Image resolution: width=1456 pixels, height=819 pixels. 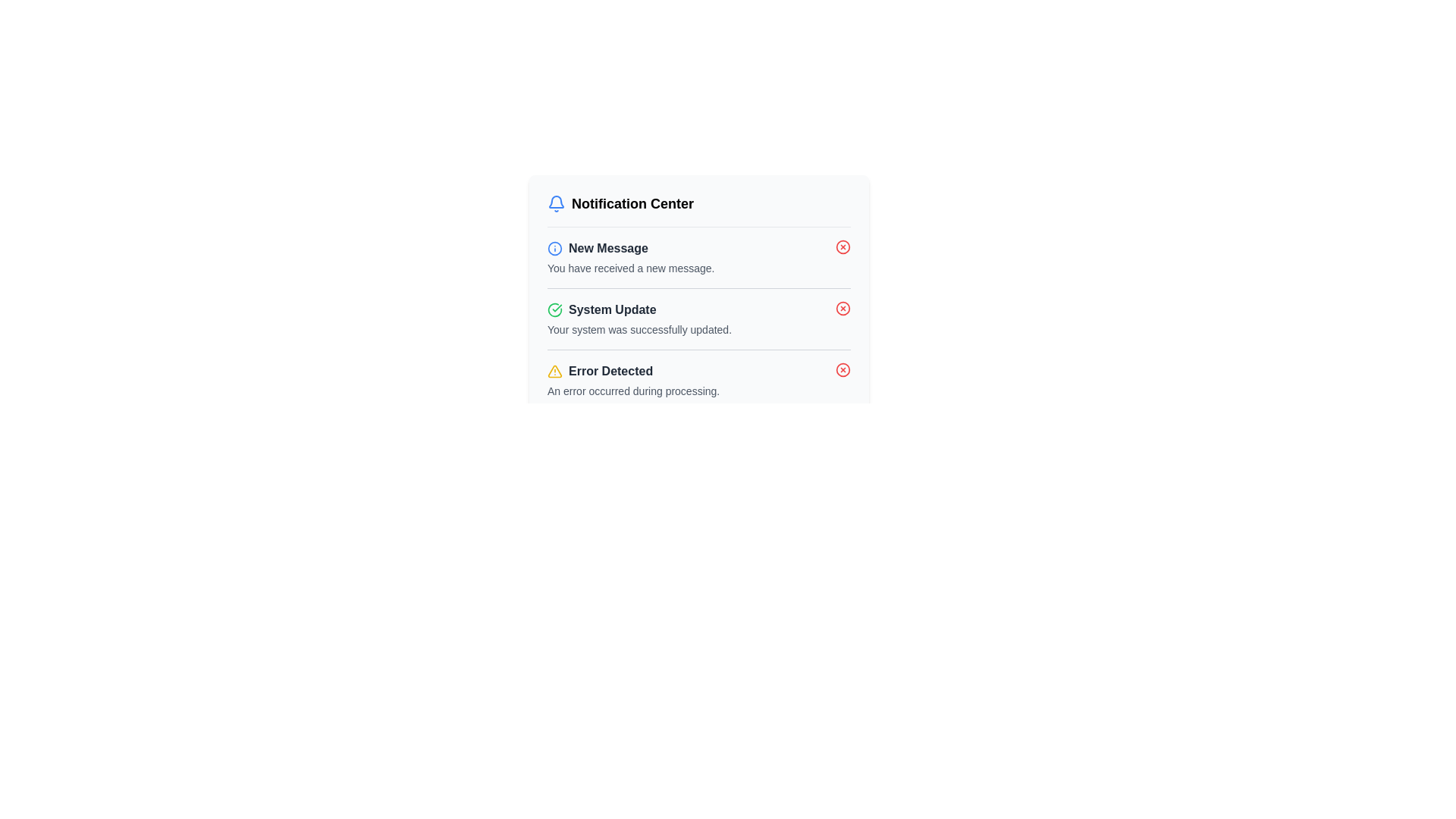 What do you see at coordinates (554, 247) in the screenshot?
I see `the SVG Circle element located in the Notification Center, representing urgency or information within the leftmost notification icon` at bounding box center [554, 247].